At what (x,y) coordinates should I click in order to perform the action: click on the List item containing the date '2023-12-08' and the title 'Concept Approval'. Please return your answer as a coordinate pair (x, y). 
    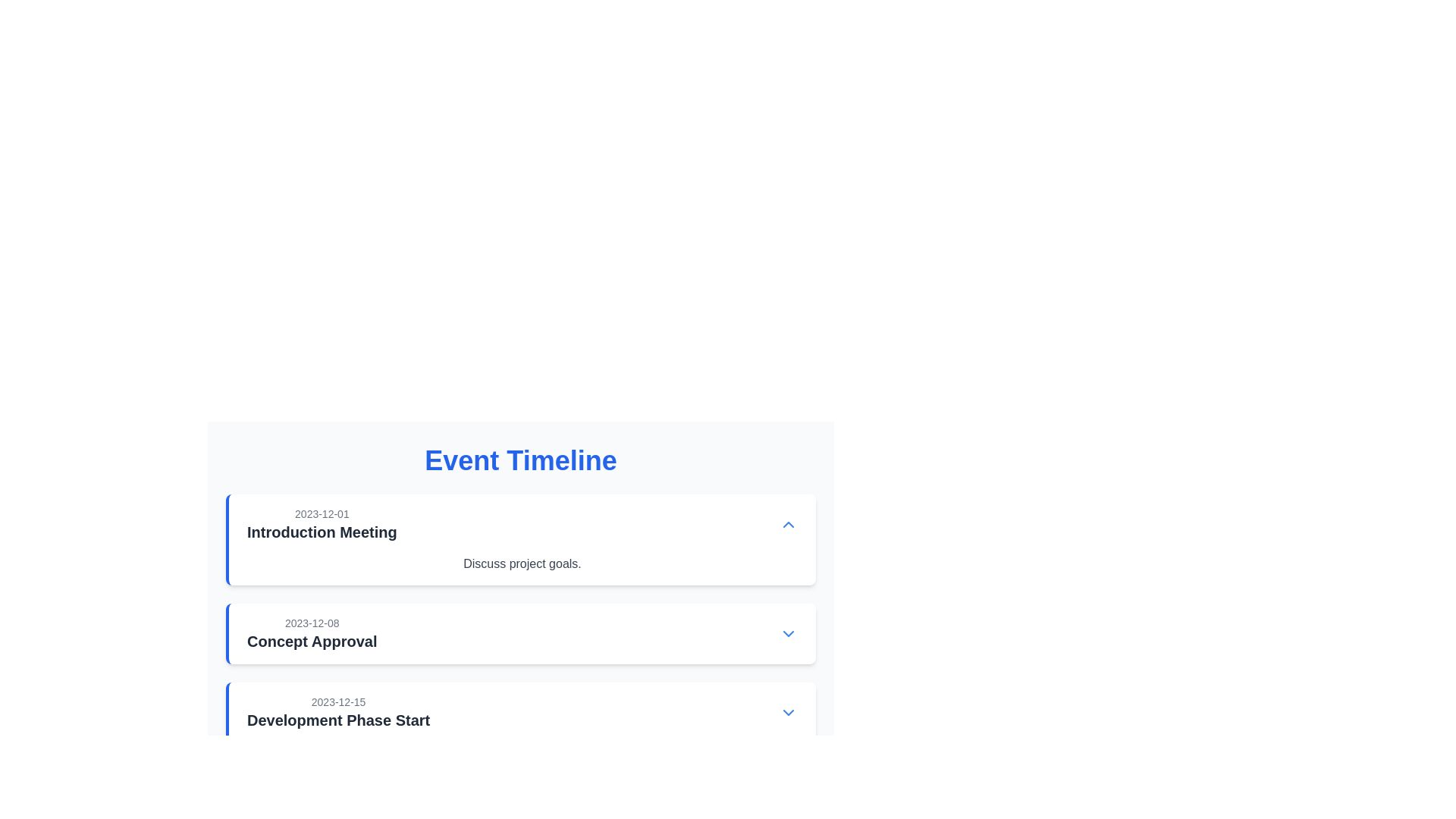
    Looking at the image, I should click on (522, 634).